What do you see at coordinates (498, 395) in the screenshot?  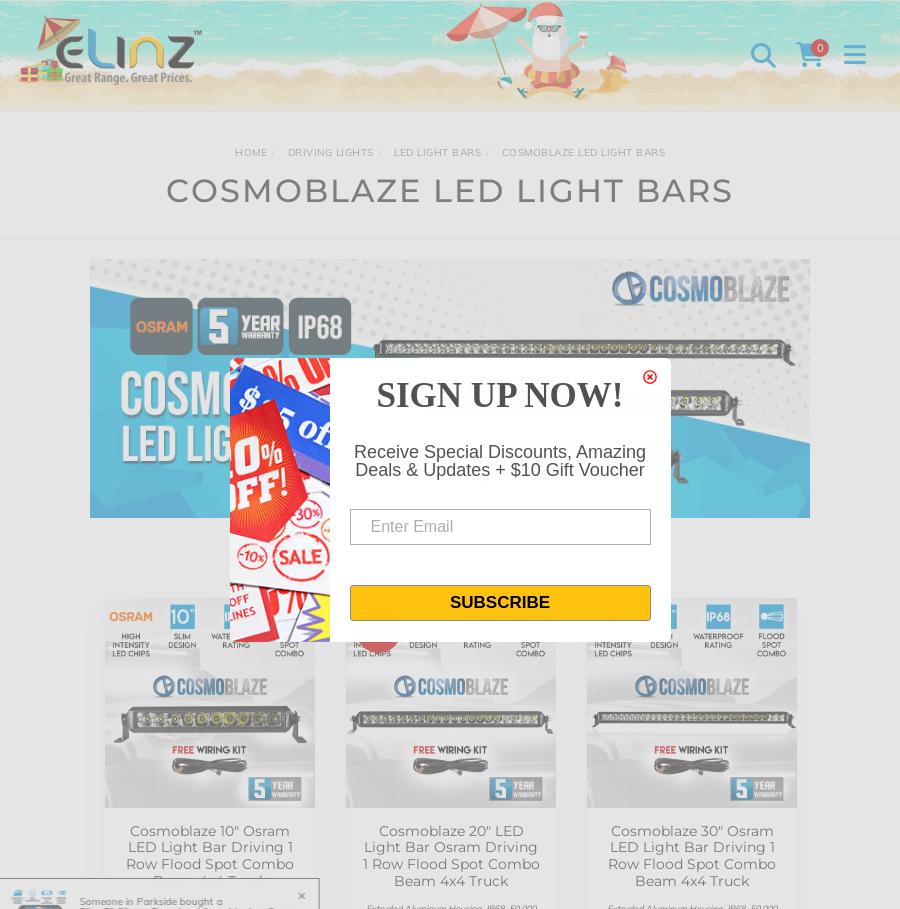 I see `'SIGN UP NOW!'` at bounding box center [498, 395].